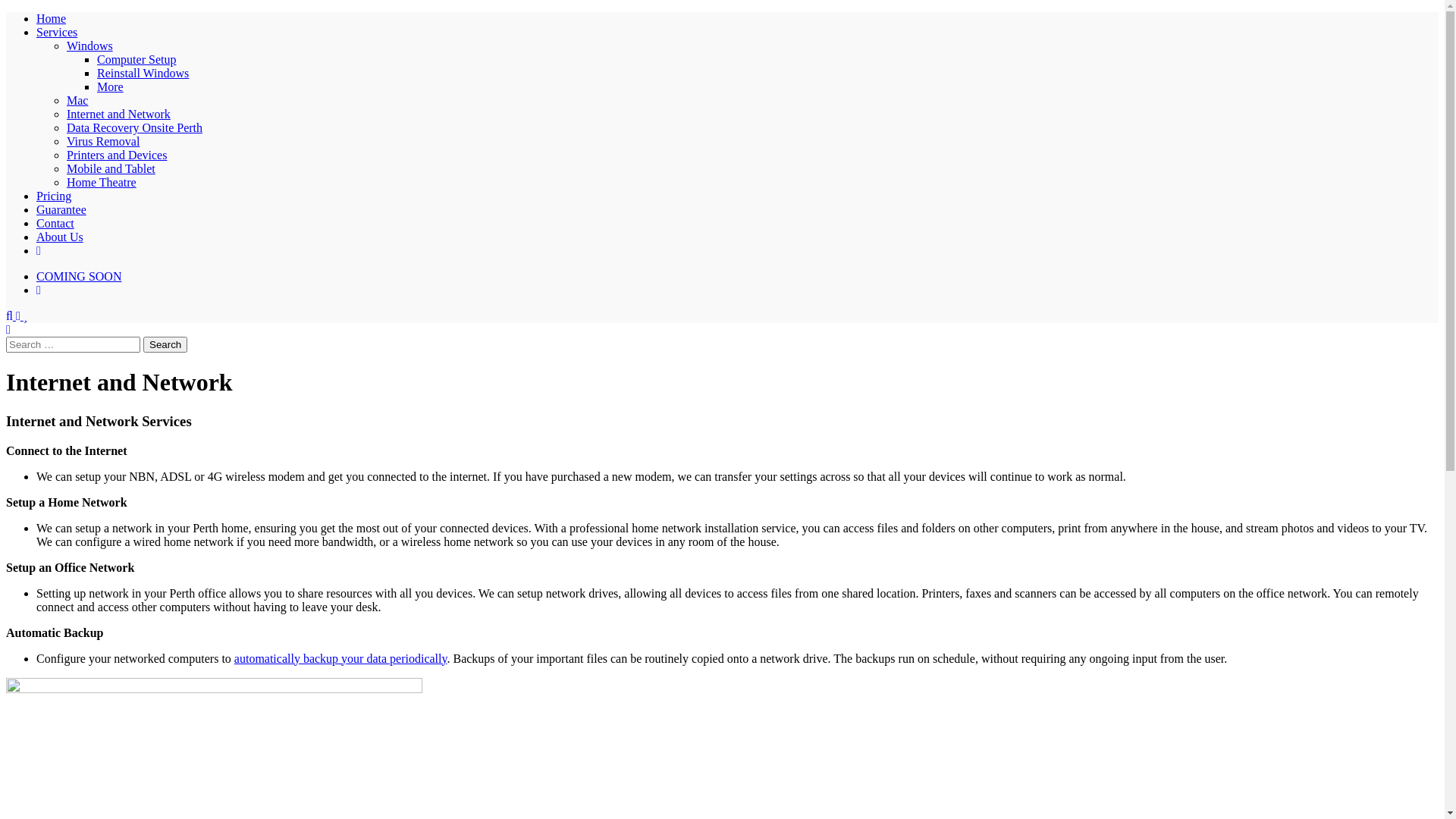 The width and height of the screenshot is (1456, 819). What do you see at coordinates (102, 141) in the screenshot?
I see `'Virus Removal'` at bounding box center [102, 141].